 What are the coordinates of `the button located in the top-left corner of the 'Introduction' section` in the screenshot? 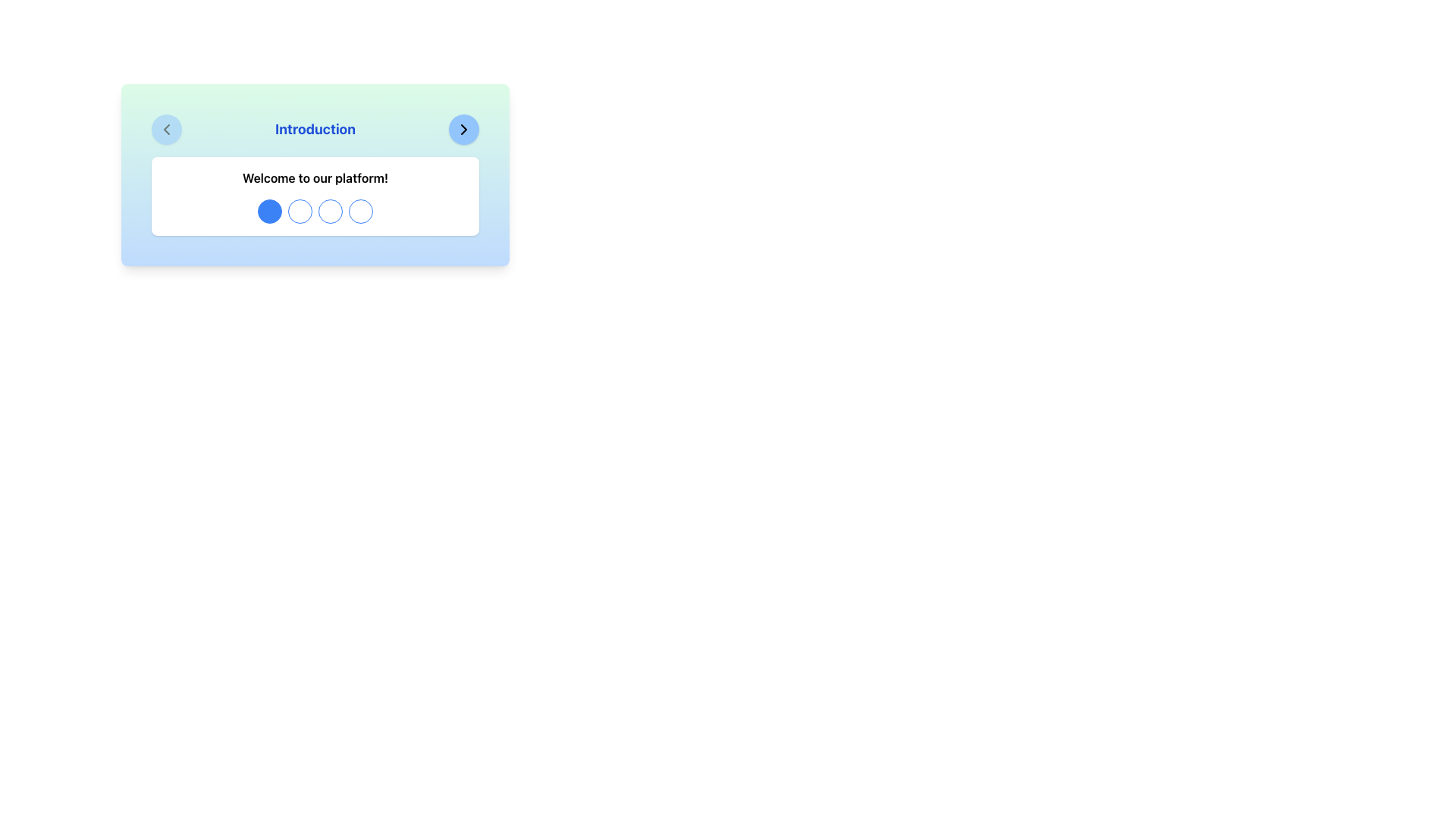 It's located at (167, 128).